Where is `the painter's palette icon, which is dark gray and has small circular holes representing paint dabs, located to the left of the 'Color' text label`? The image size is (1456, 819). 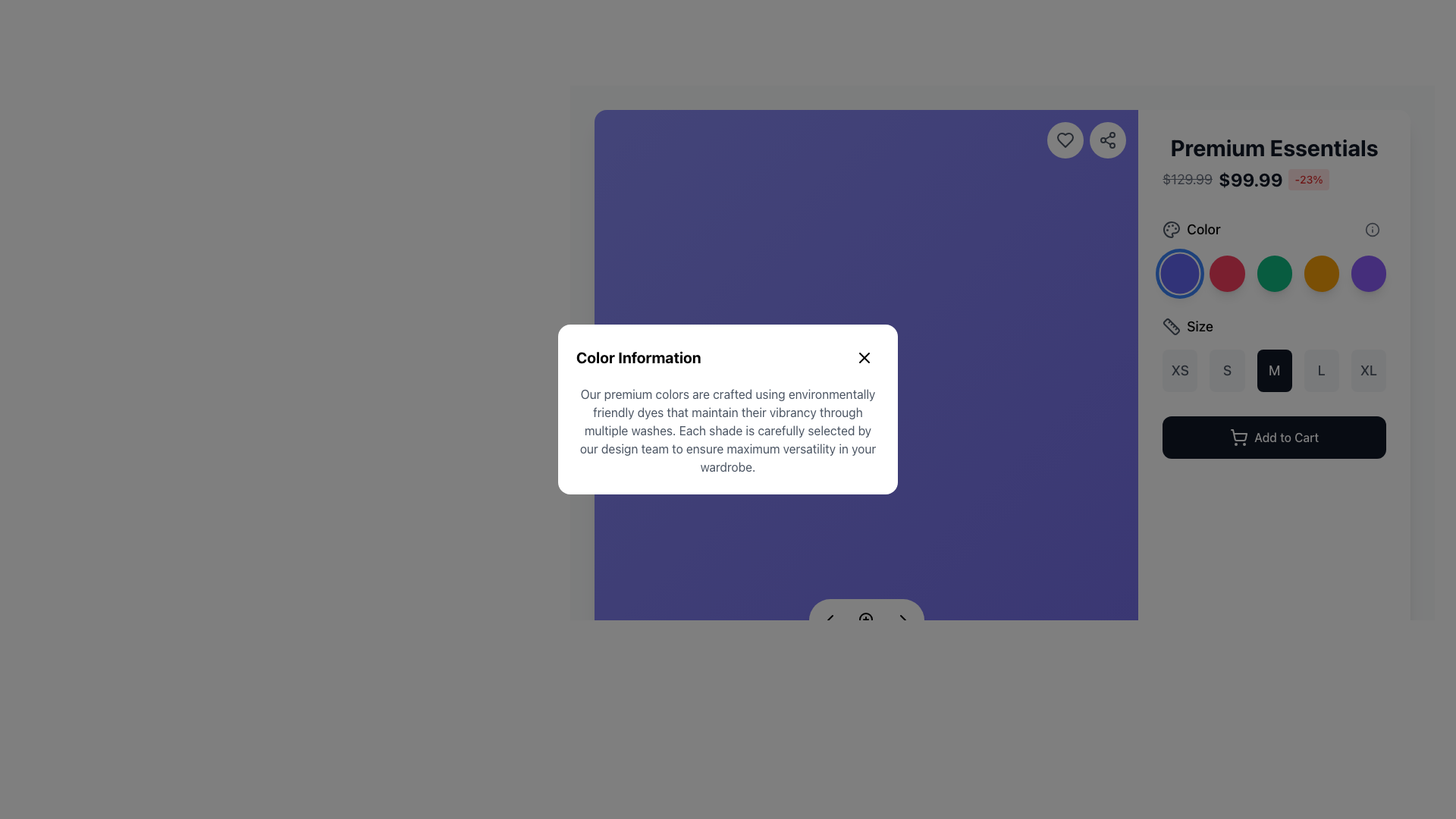 the painter's palette icon, which is dark gray and has small circular holes representing paint dabs, located to the left of the 'Color' text label is located at coordinates (1171, 230).